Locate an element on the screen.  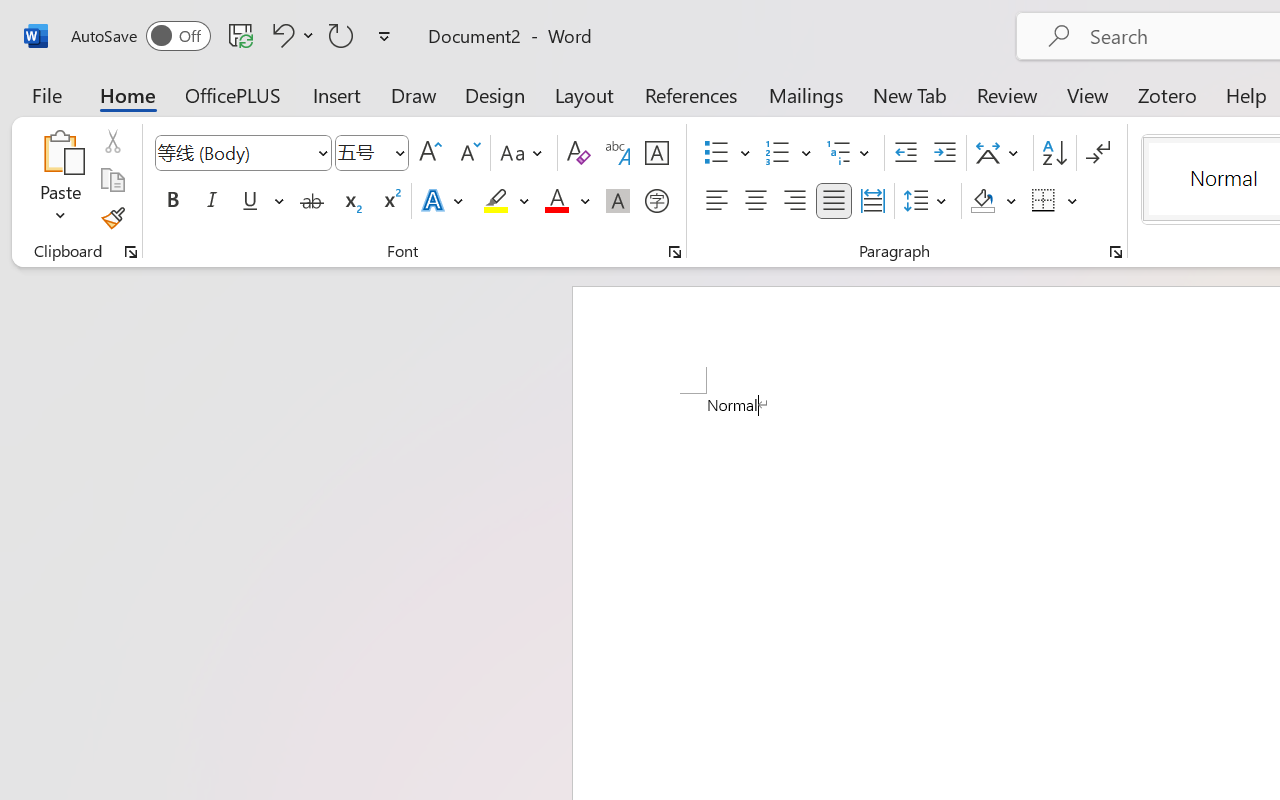
'Font Size' is located at coordinates (372, 153).